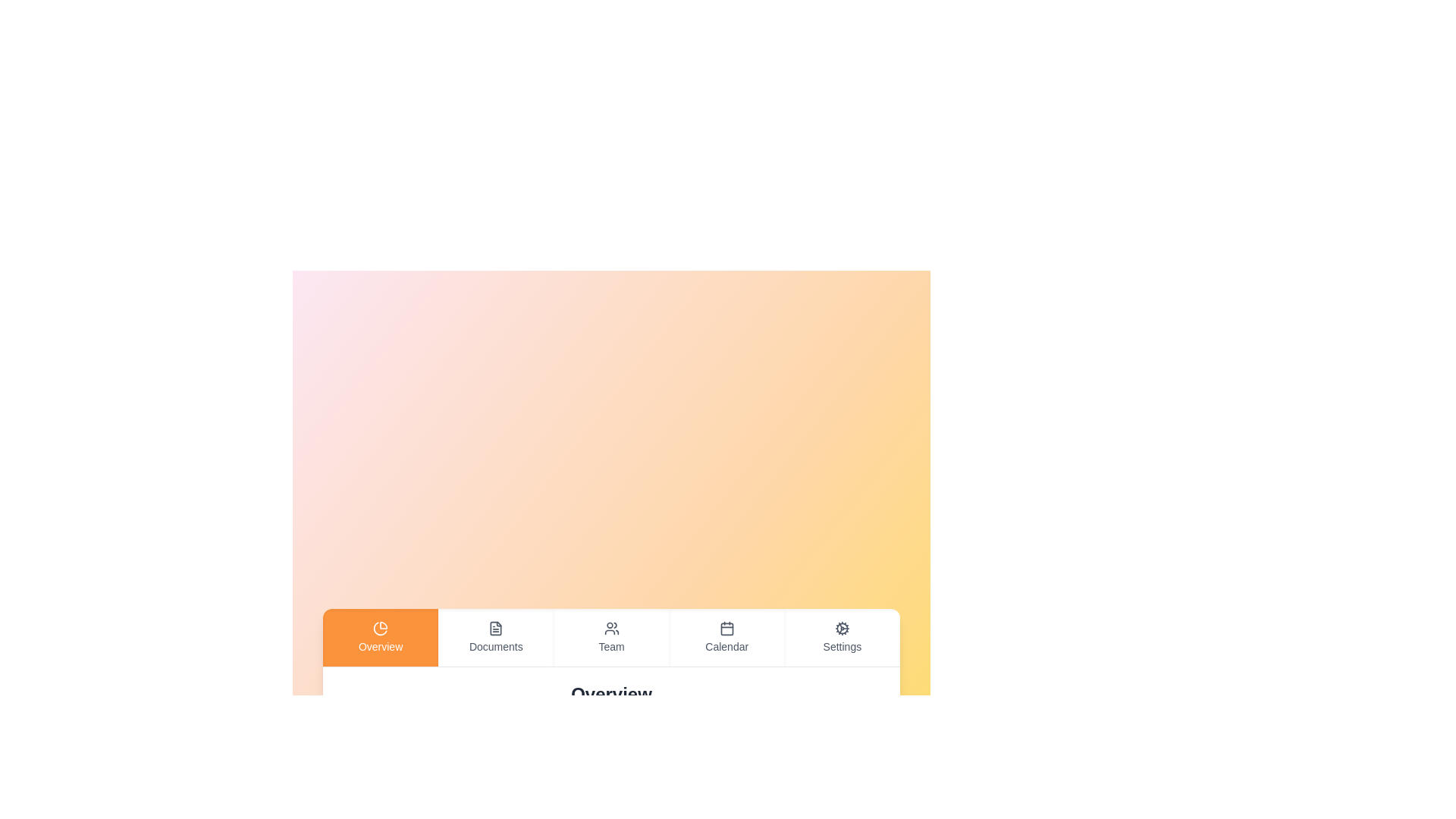 Image resolution: width=1456 pixels, height=819 pixels. Describe the element at coordinates (726, 646) in the screenshot. I see `the text label displaying 'Calendar' in a medium weight gray sans-serif font, located below the calendar icon in the bottom navigation bar` at that location.